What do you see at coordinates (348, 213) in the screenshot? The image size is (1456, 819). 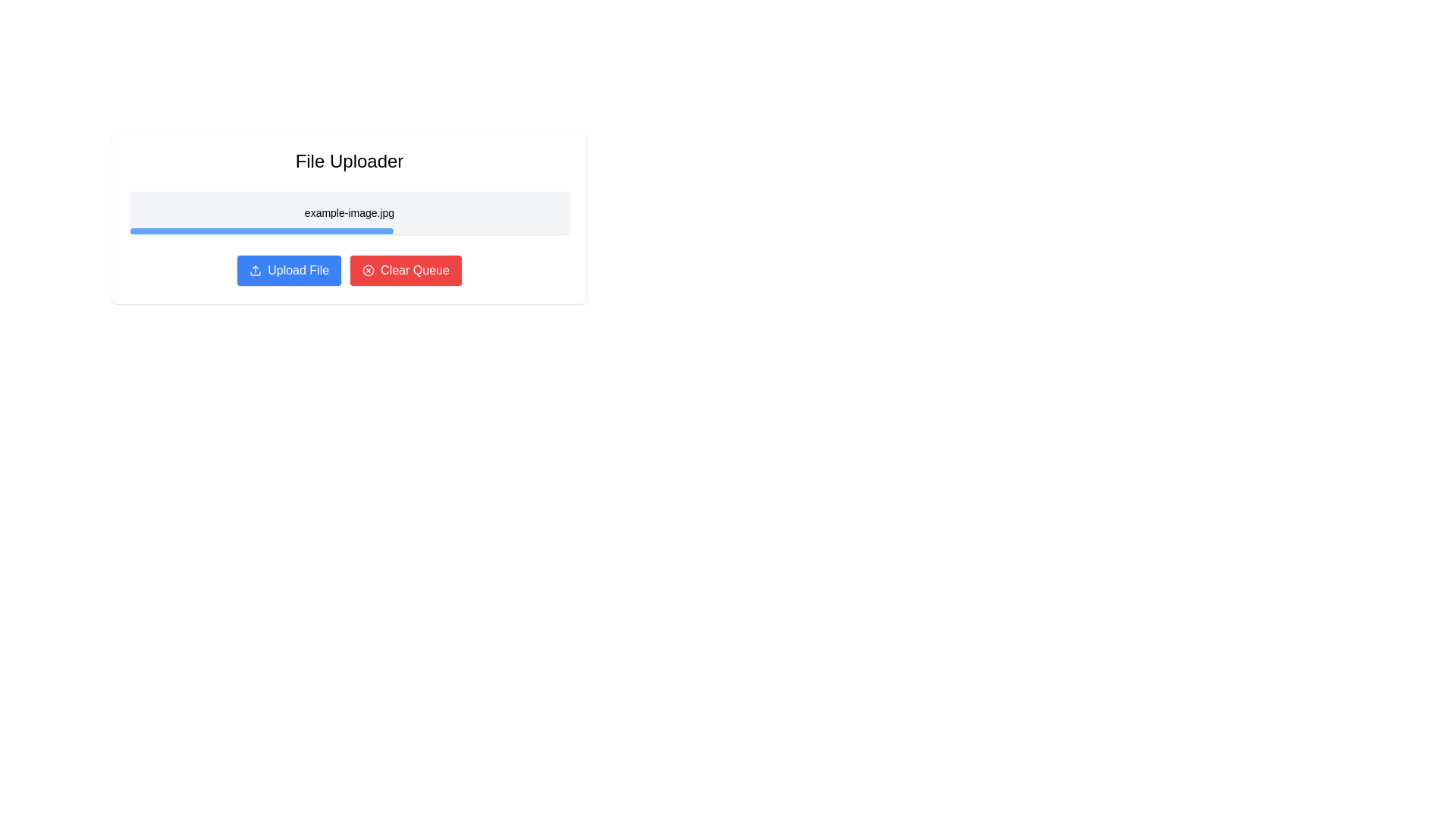 I see `text content of the Text Label displaying the name of the file currently being processed, which is positioned above the blue progress bar` at bounding box center [348, 213].